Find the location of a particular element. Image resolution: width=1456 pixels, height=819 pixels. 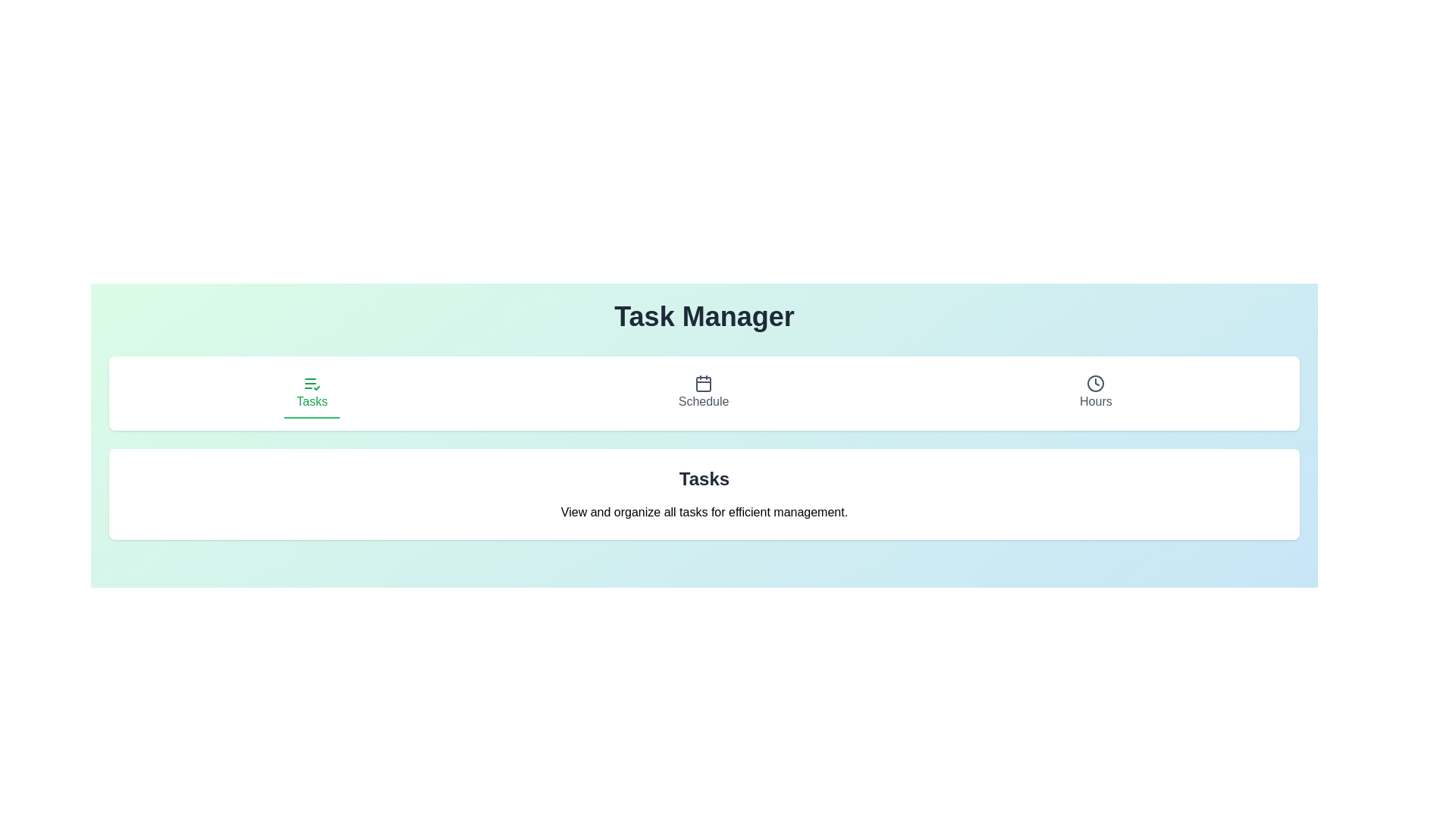

the 'Schedule' button with a calendar icon is located at coordinates (702, 393).